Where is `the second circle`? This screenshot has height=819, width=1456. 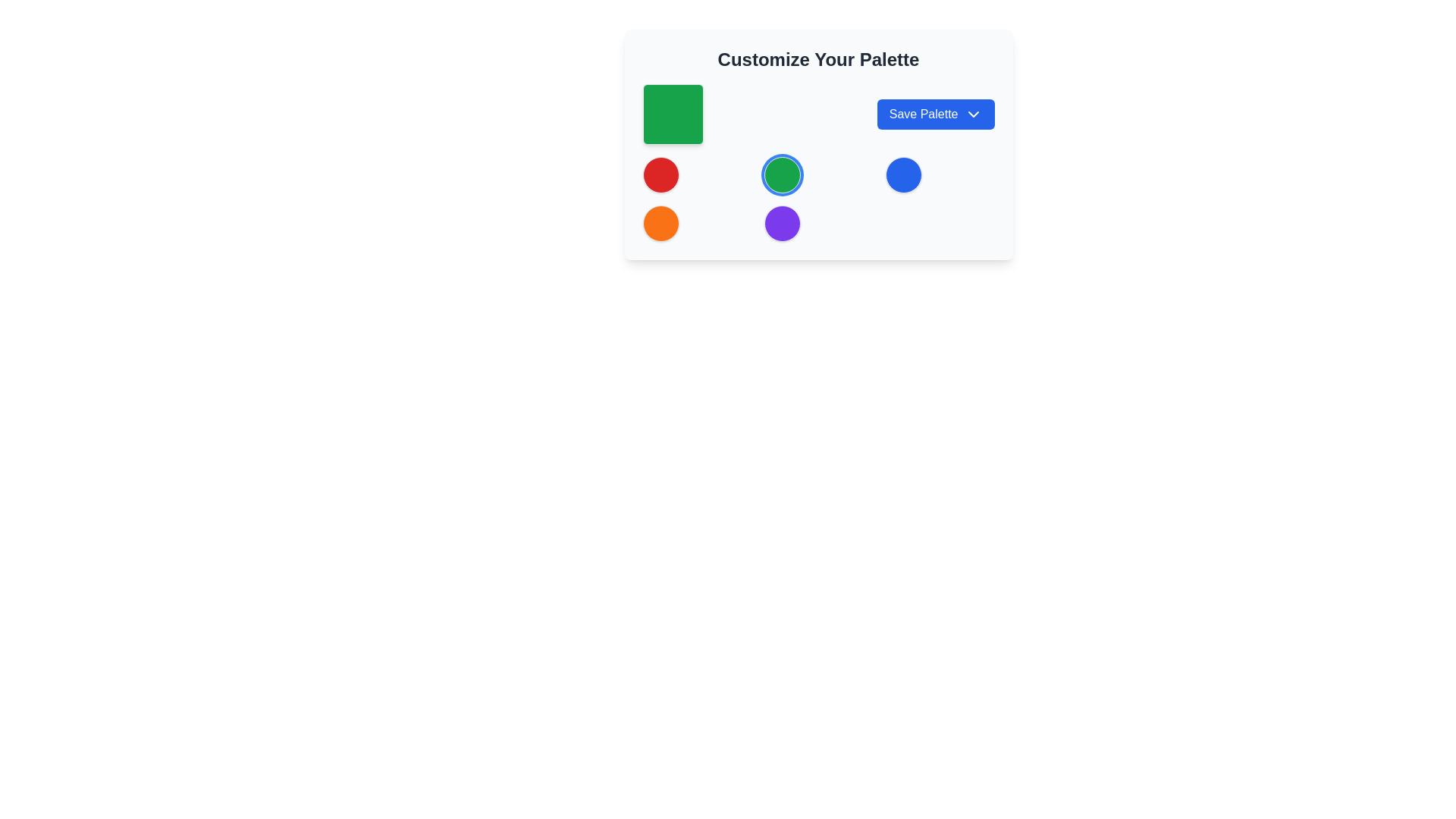 the second circle is located at coordinates (782, 174).